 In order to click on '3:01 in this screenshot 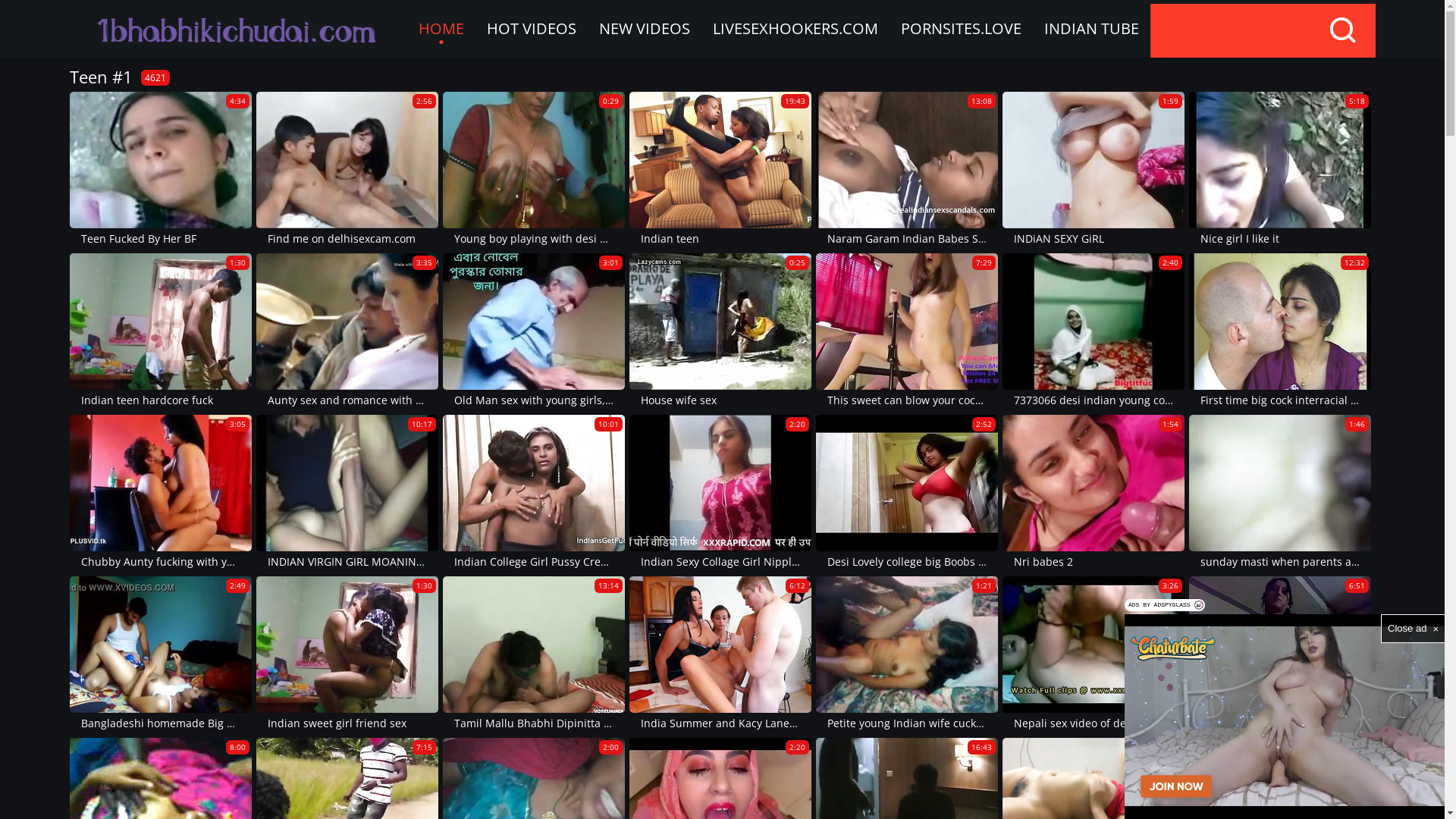, I will do `click(534, 331)`.